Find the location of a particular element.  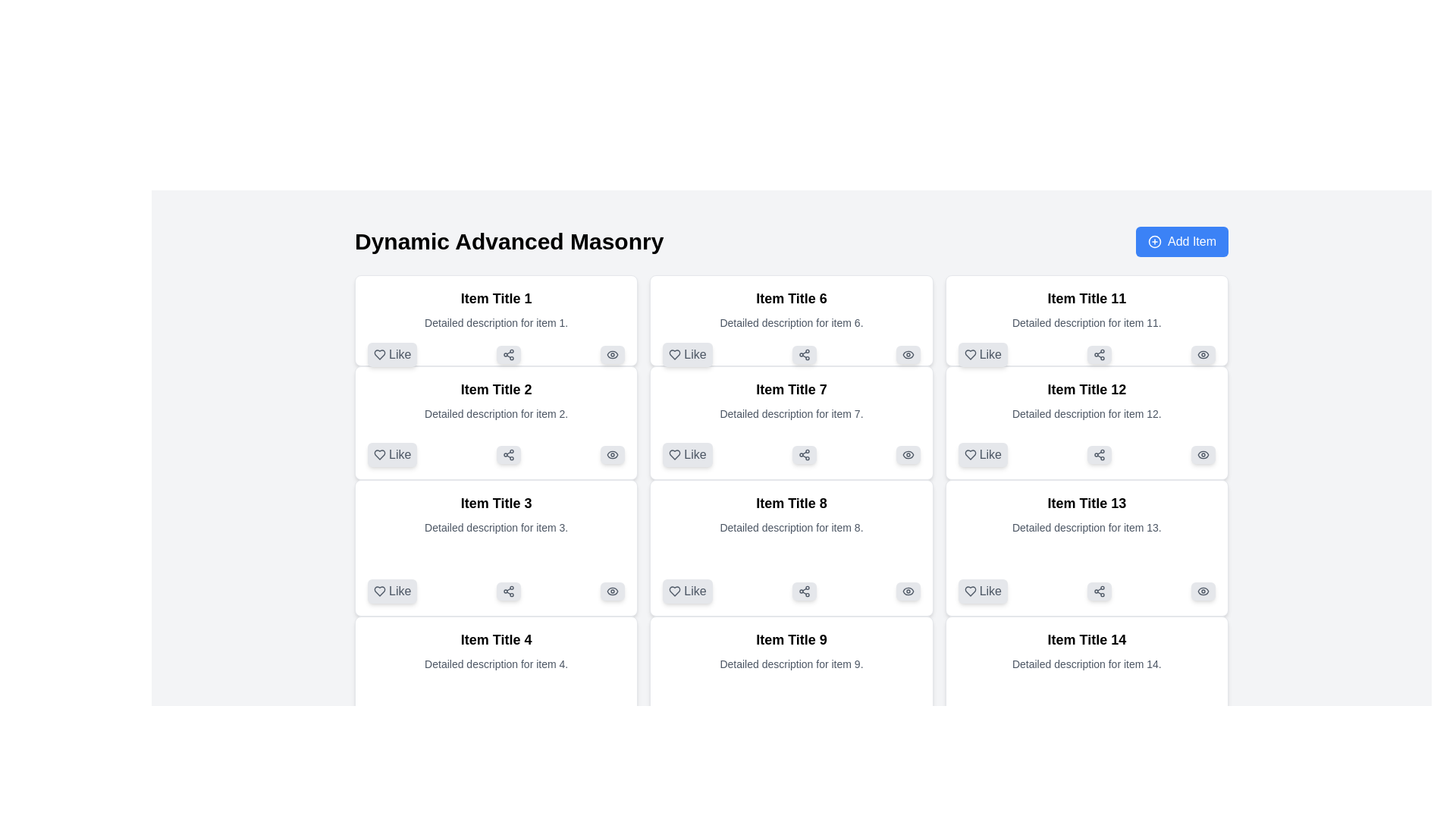

the small interactive button styled in a light gray rounded rectangle with a network icon is located at coordinates (1099, 354).